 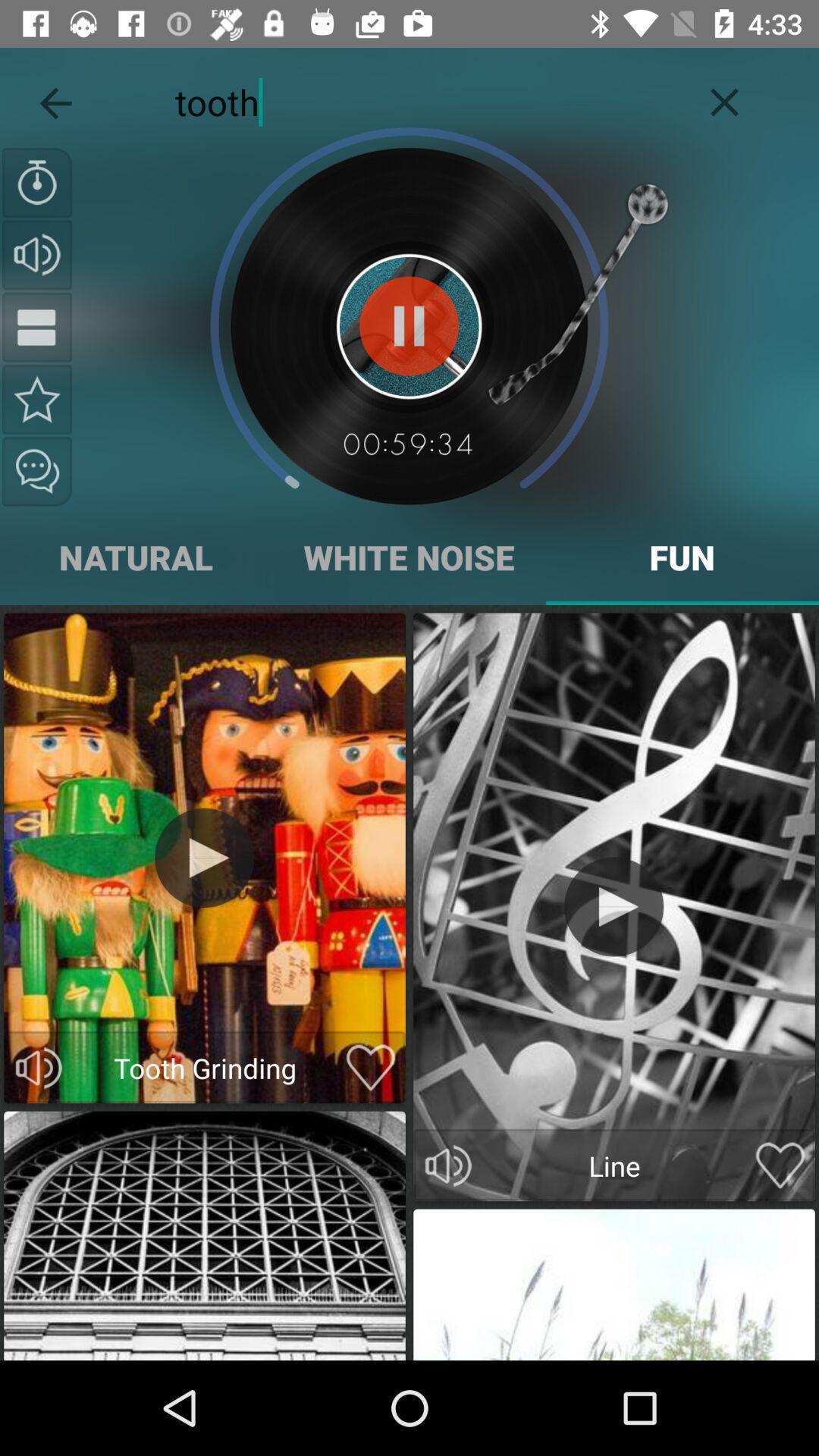 What do you see at coordinates (36, 471) in the screenshot?
I see `the chat icon` at bounding box center [36, 471].